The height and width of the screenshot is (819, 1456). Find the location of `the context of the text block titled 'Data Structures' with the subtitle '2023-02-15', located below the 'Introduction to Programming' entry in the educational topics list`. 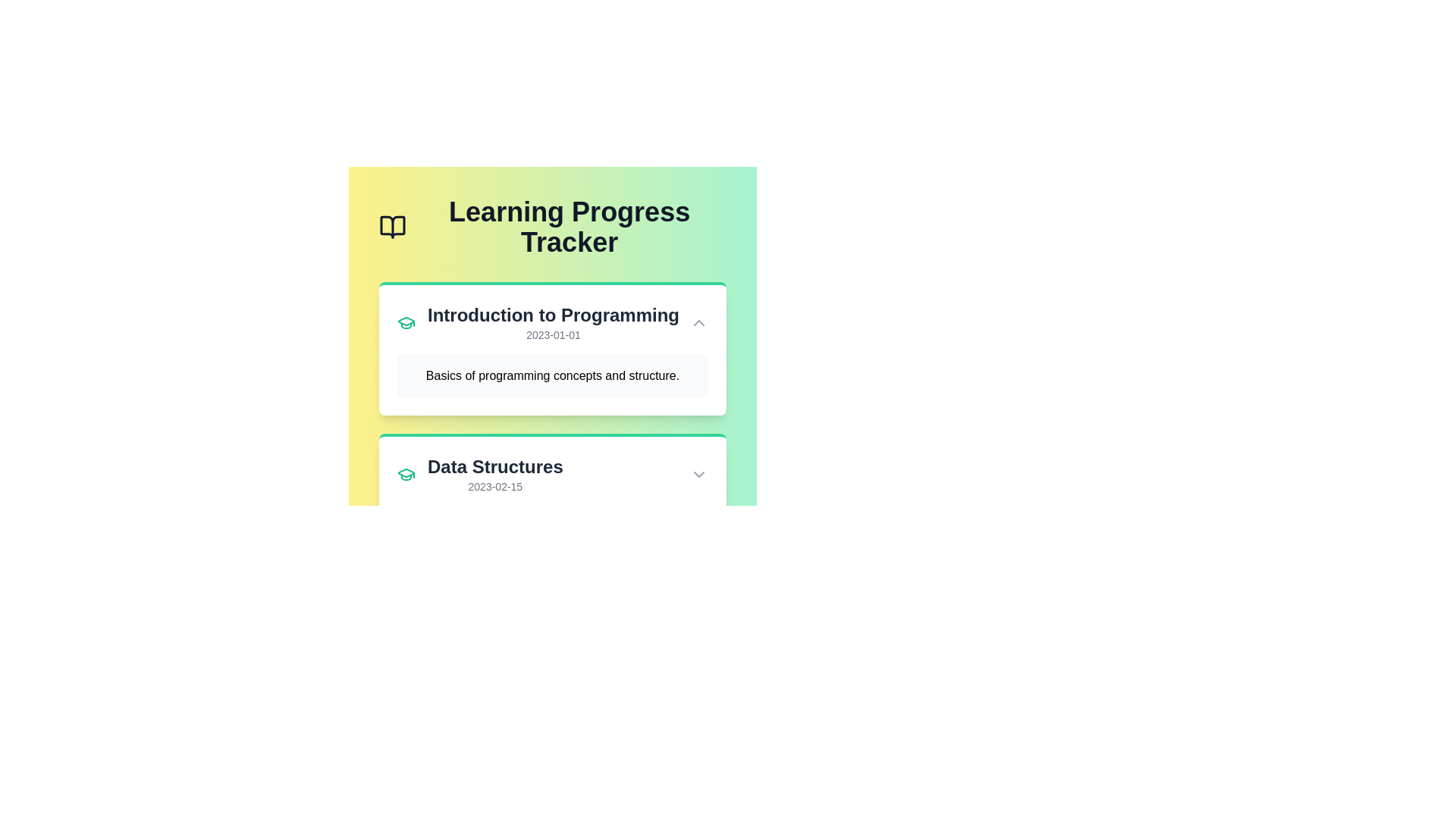

the context of the text block titled 'Data Structures' with the subtitle '2023-02-15', located below the 'Introduction to Programming' entry in the educational topics list is located at coordinates (495, 473).